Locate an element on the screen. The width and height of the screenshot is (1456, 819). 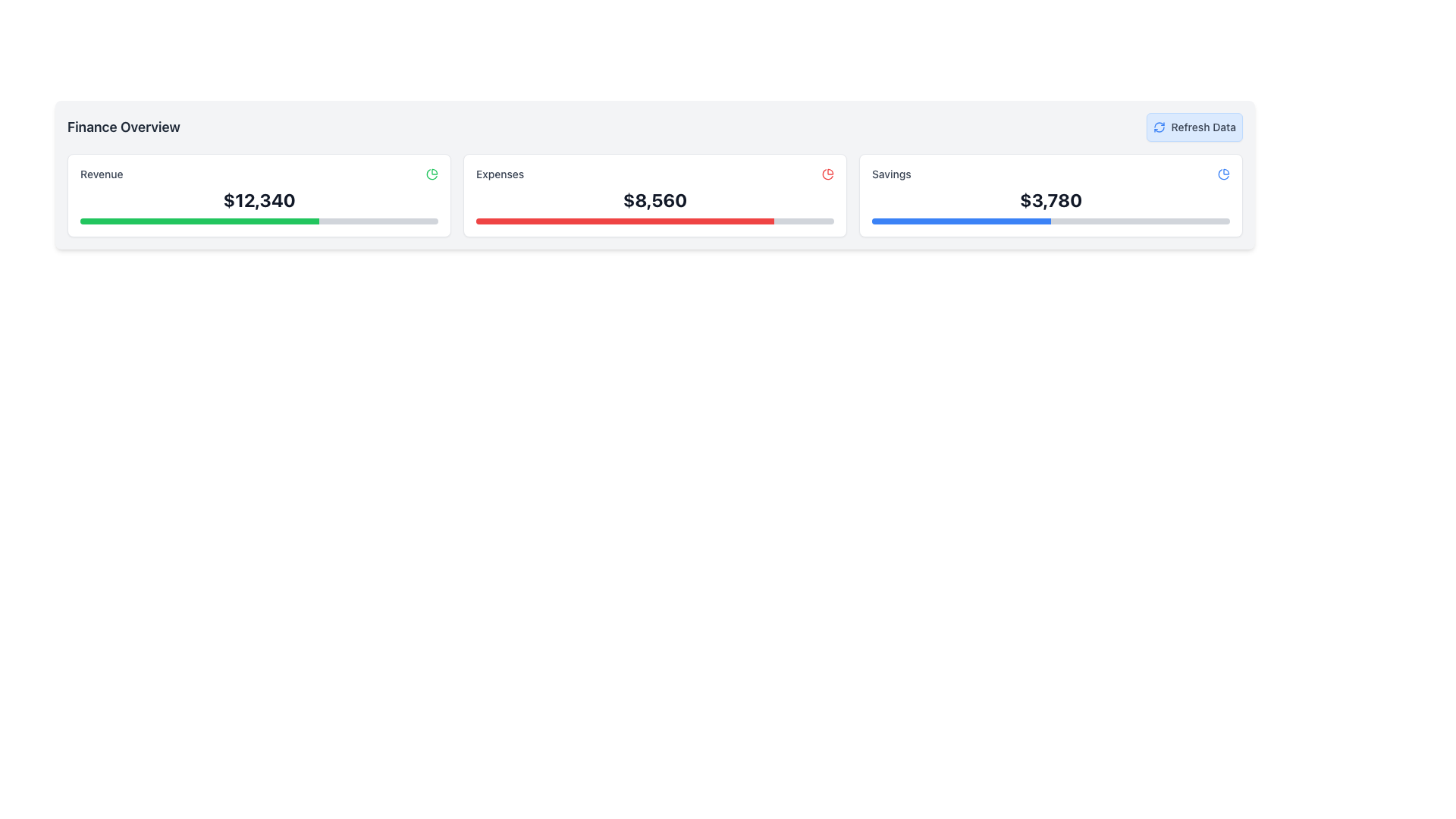
the progress bar located under the '$3,780' text in the 'Savings' section of the 'Finance Overview', which is divided into blue and gray segments is located at coordinates (1050, 221).